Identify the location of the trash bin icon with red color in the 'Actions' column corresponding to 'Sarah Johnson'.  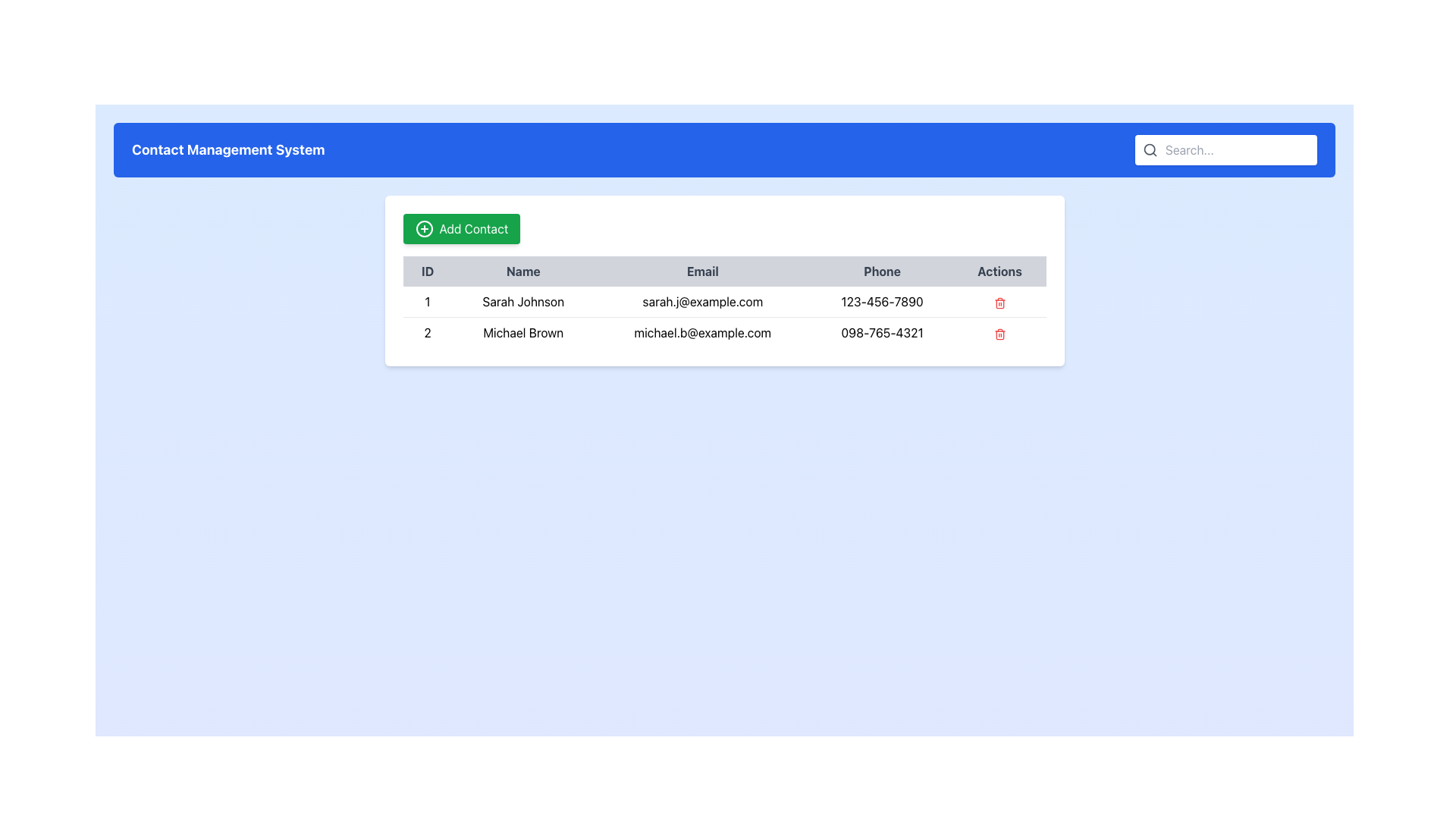
(999, 301).